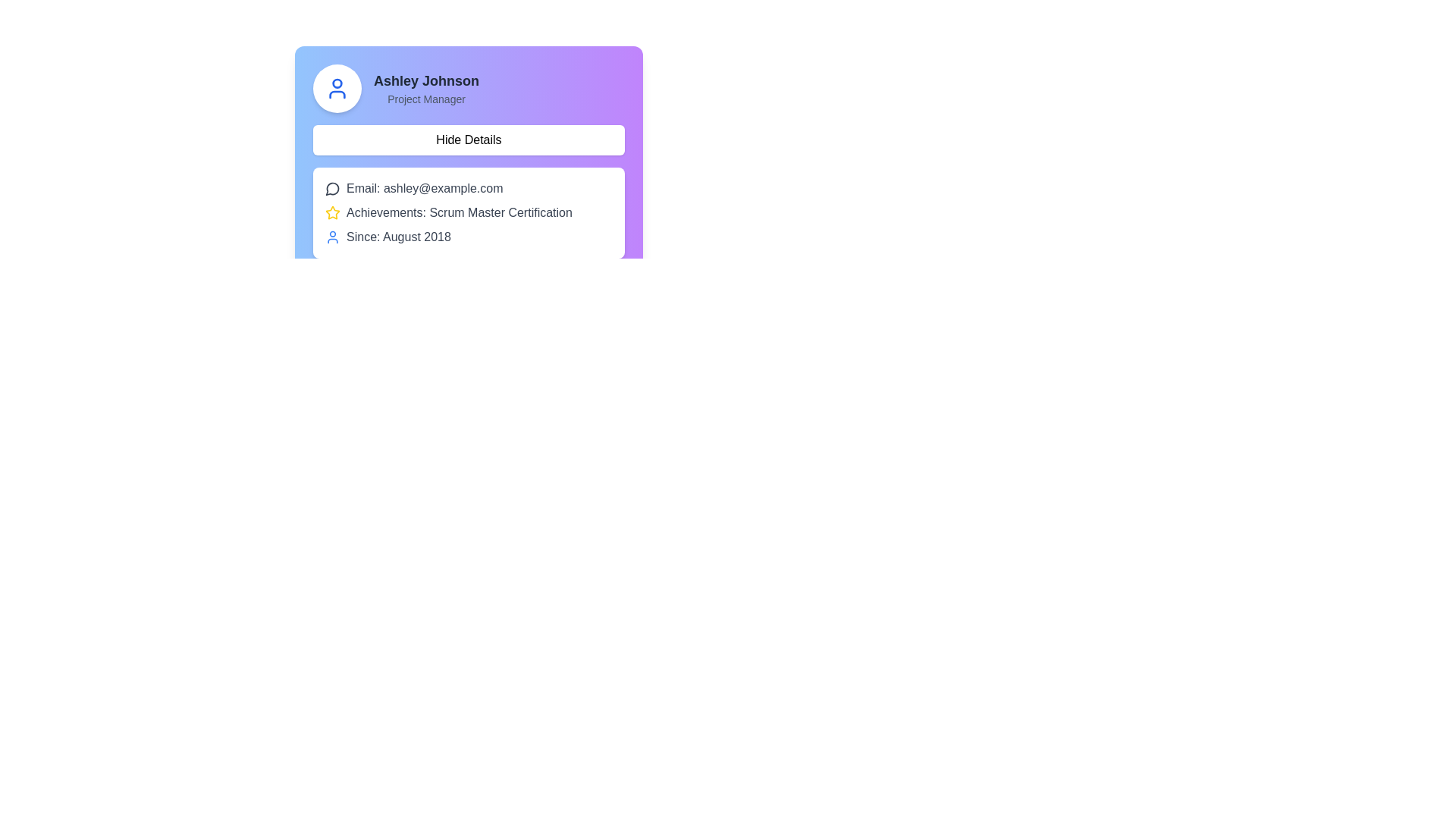 The image size is (1456, 819). Describe the element at coordinates (331, 212) in the screenshot. I see `the purpose of the yellow star-shaped icon with a hollow center, which is located next to the 'Achievements: Scrum Master Certification' label` at that location.